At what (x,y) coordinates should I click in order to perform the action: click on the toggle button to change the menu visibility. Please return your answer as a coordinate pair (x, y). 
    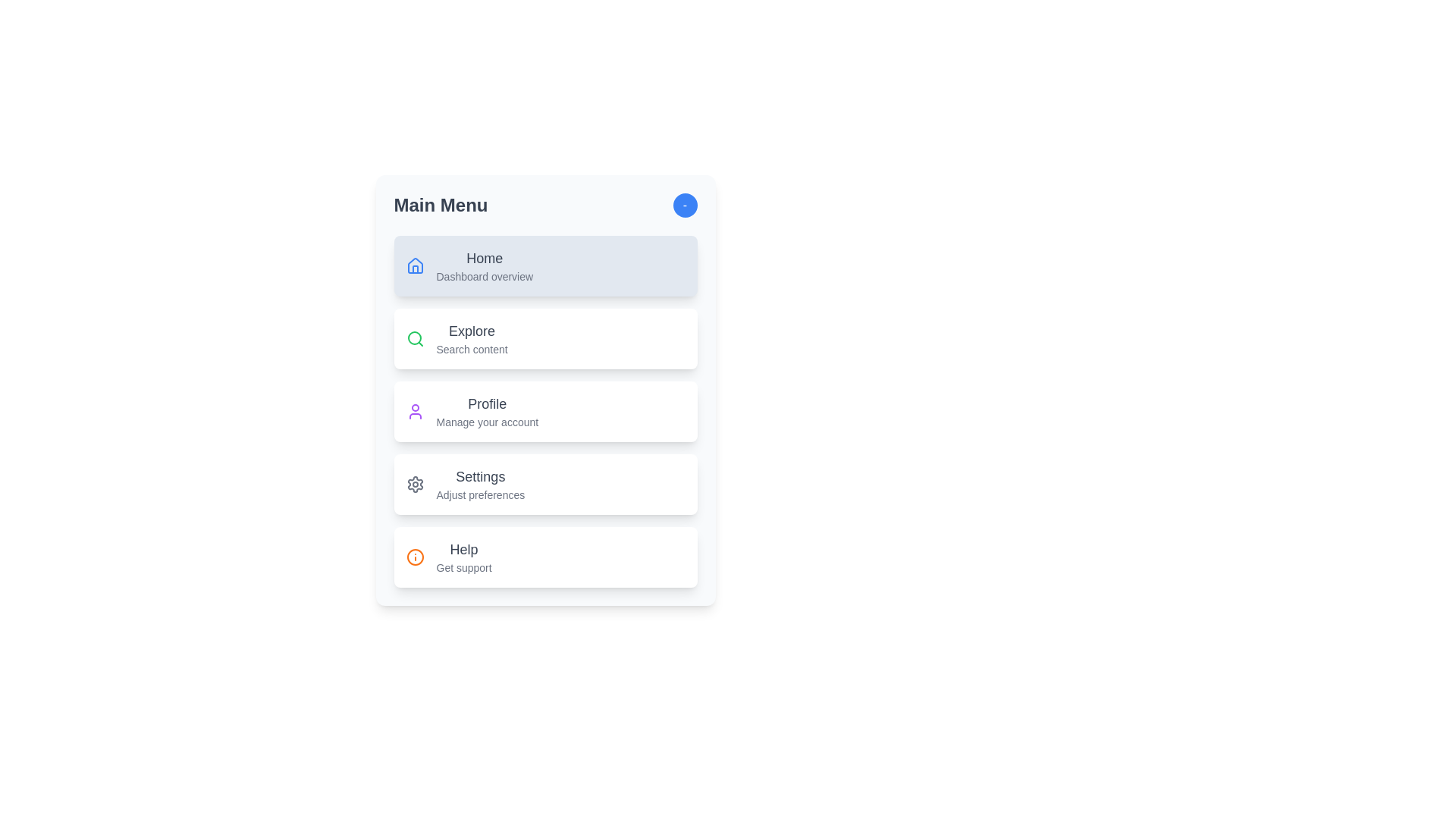
    Looking at the image, I should click on (684, 205).